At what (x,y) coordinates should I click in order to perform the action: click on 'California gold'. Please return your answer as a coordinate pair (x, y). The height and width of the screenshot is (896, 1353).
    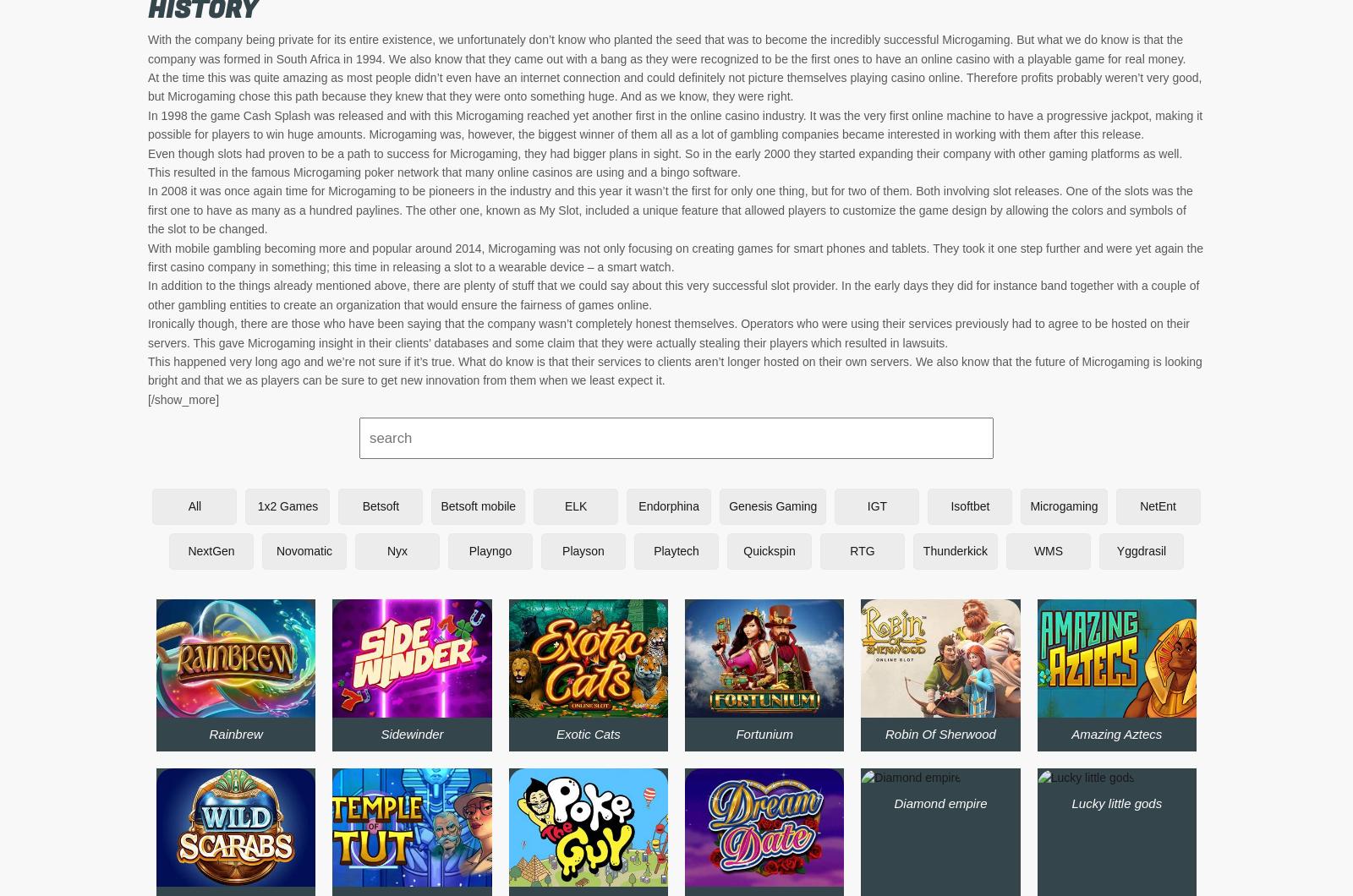
    Looking at the image, I should click on (763, 265).